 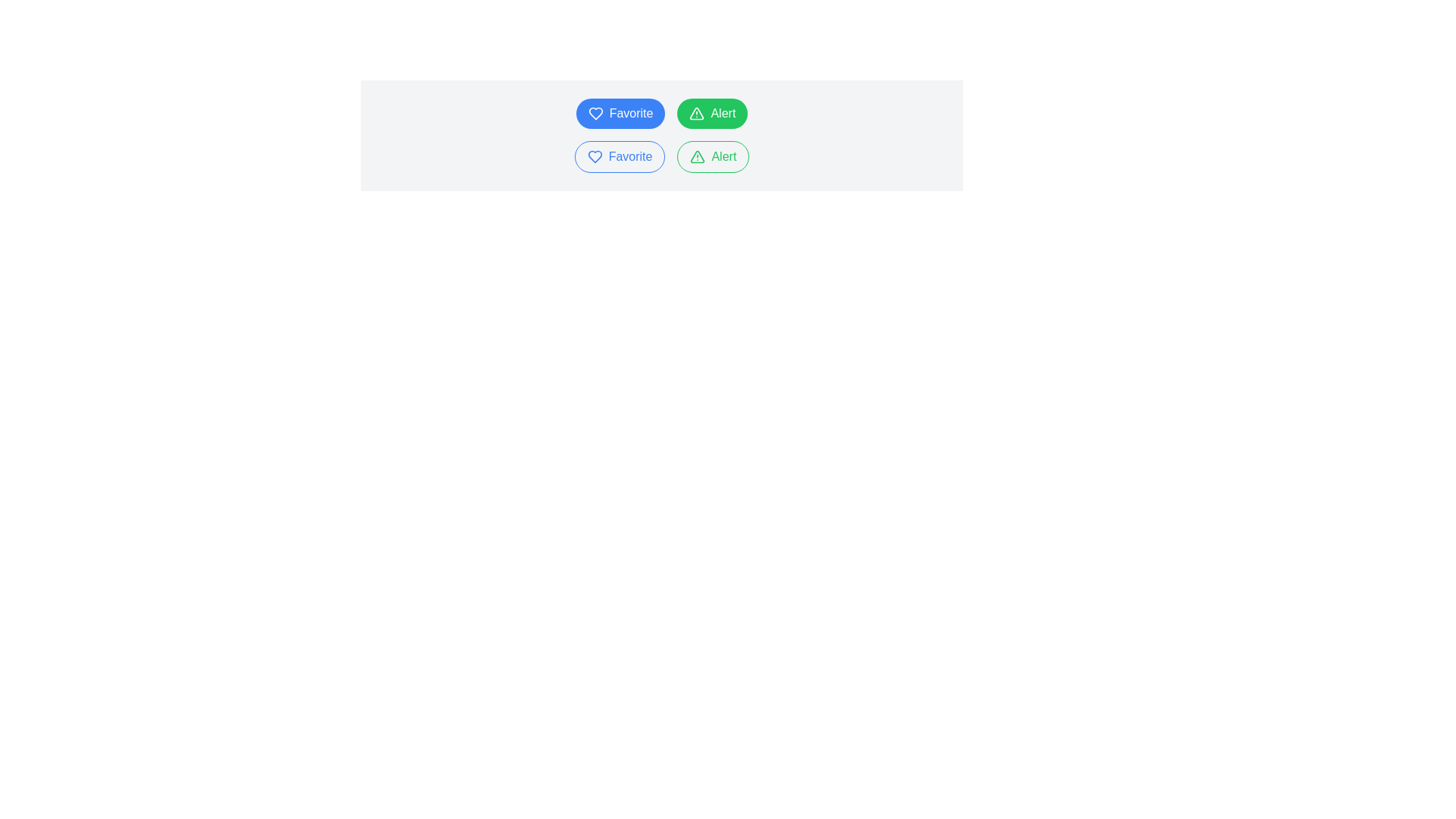 What do you see at coordinates (595, 113) in the screenshot?
I see `the heart icon within the 'Favorite' button located at the top left corner of the interface` at bounding box center [595, 113].